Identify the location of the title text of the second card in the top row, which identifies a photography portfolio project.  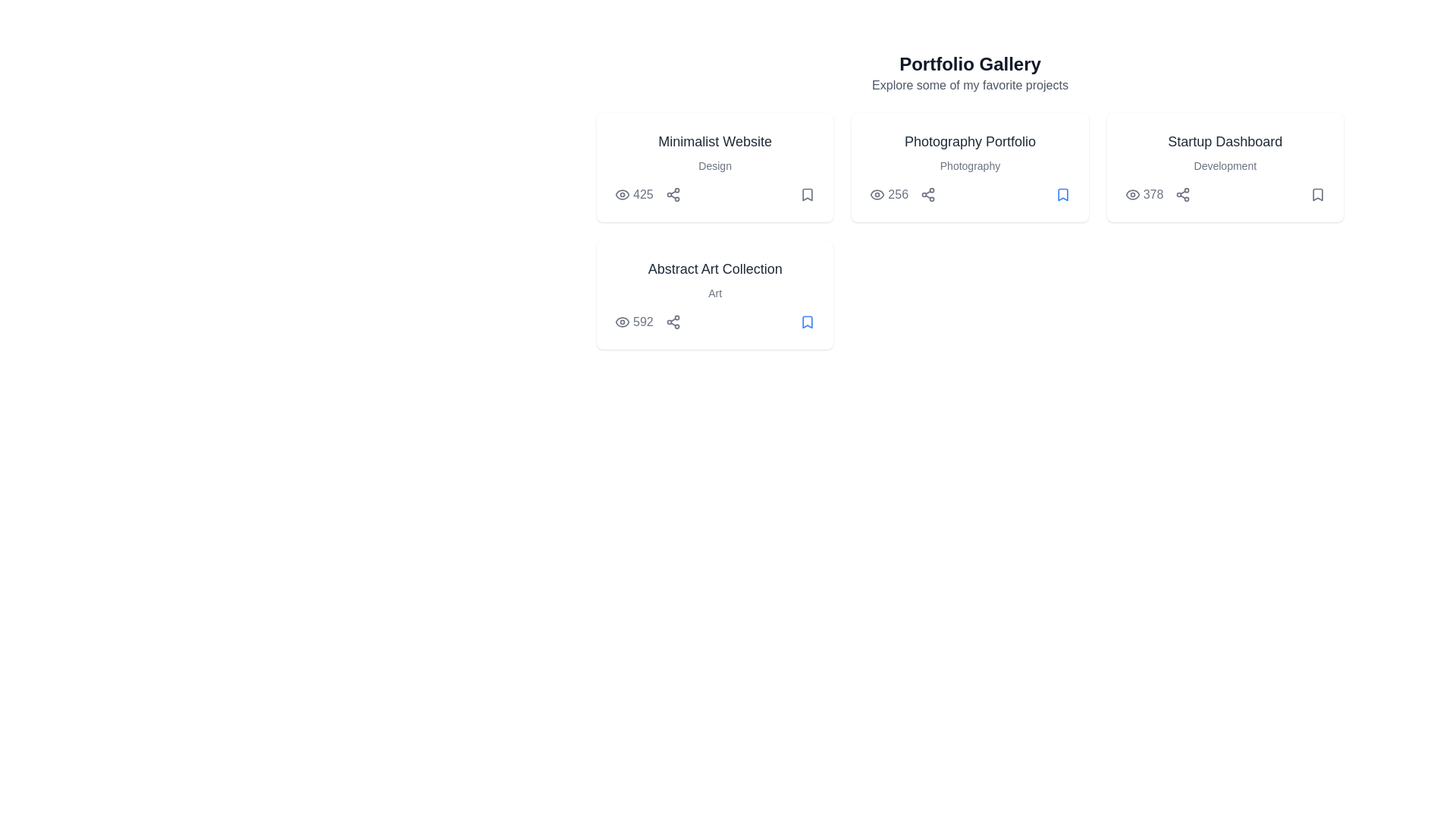
(969, 141).